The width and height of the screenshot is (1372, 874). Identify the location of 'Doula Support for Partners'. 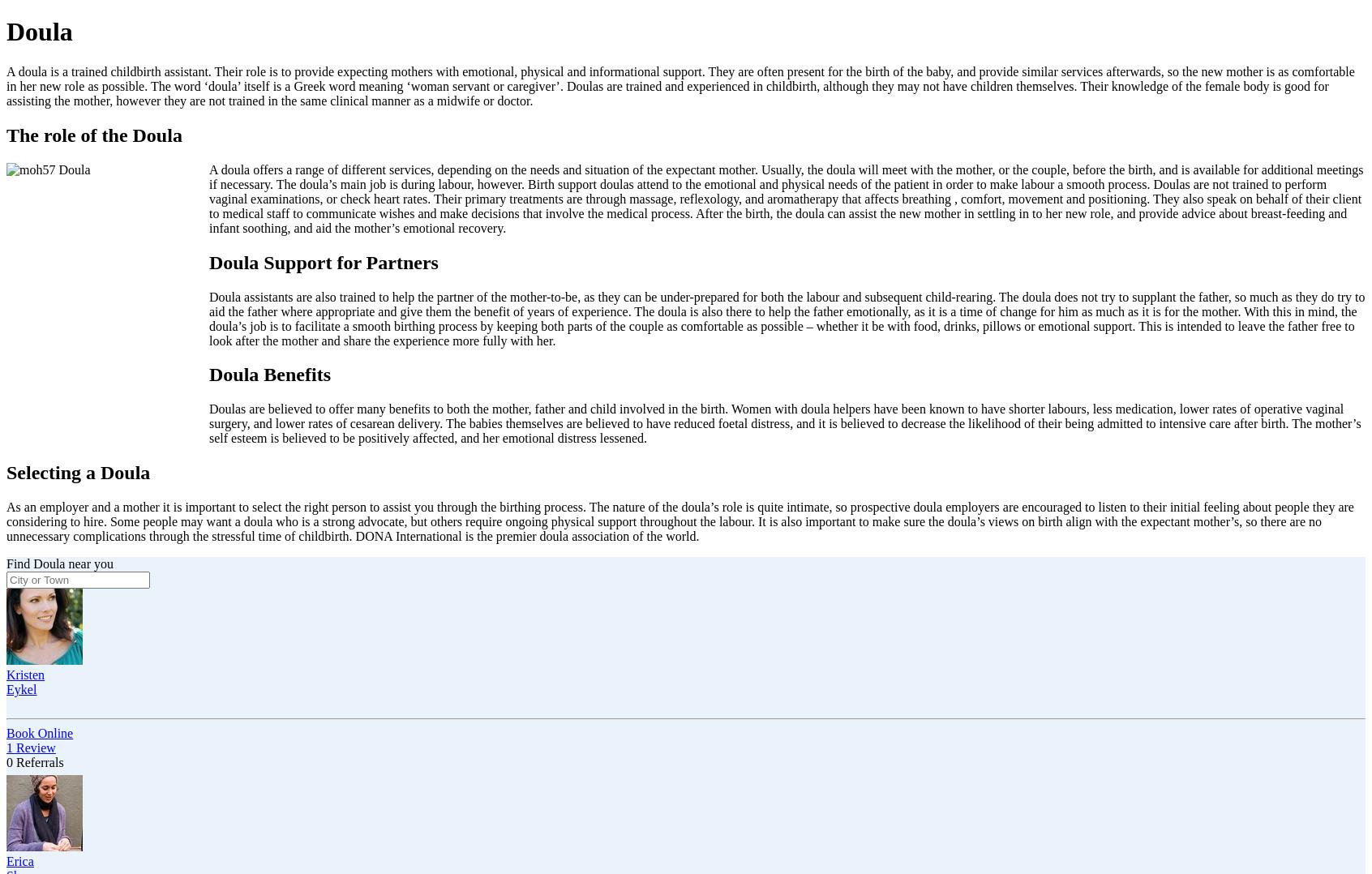
(323, 260).